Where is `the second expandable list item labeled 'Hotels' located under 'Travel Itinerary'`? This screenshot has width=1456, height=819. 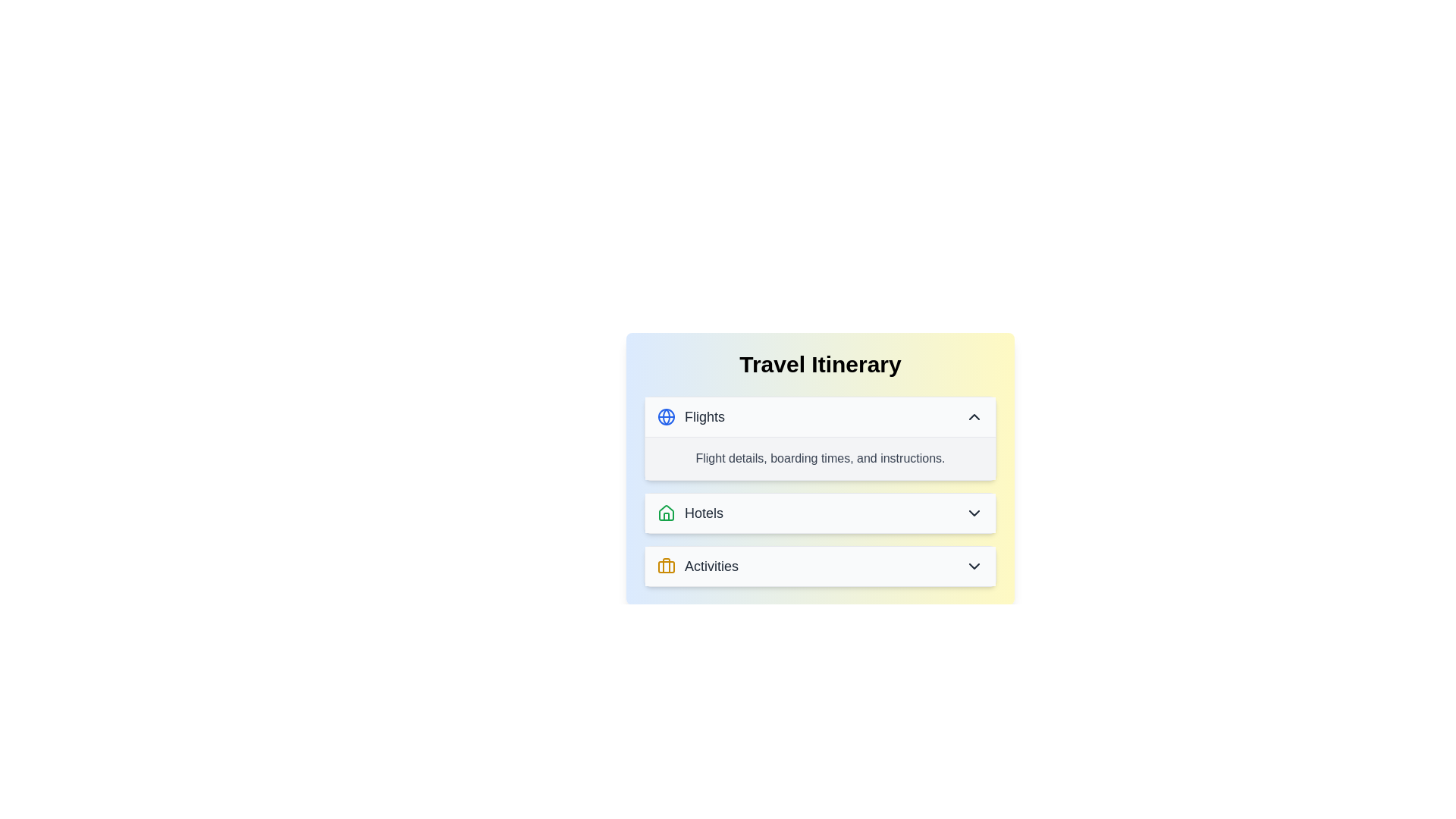 the second expandable list item labeled 'Hotels' located under 'Travel Itinerary' is located at coordinates (819, 513).